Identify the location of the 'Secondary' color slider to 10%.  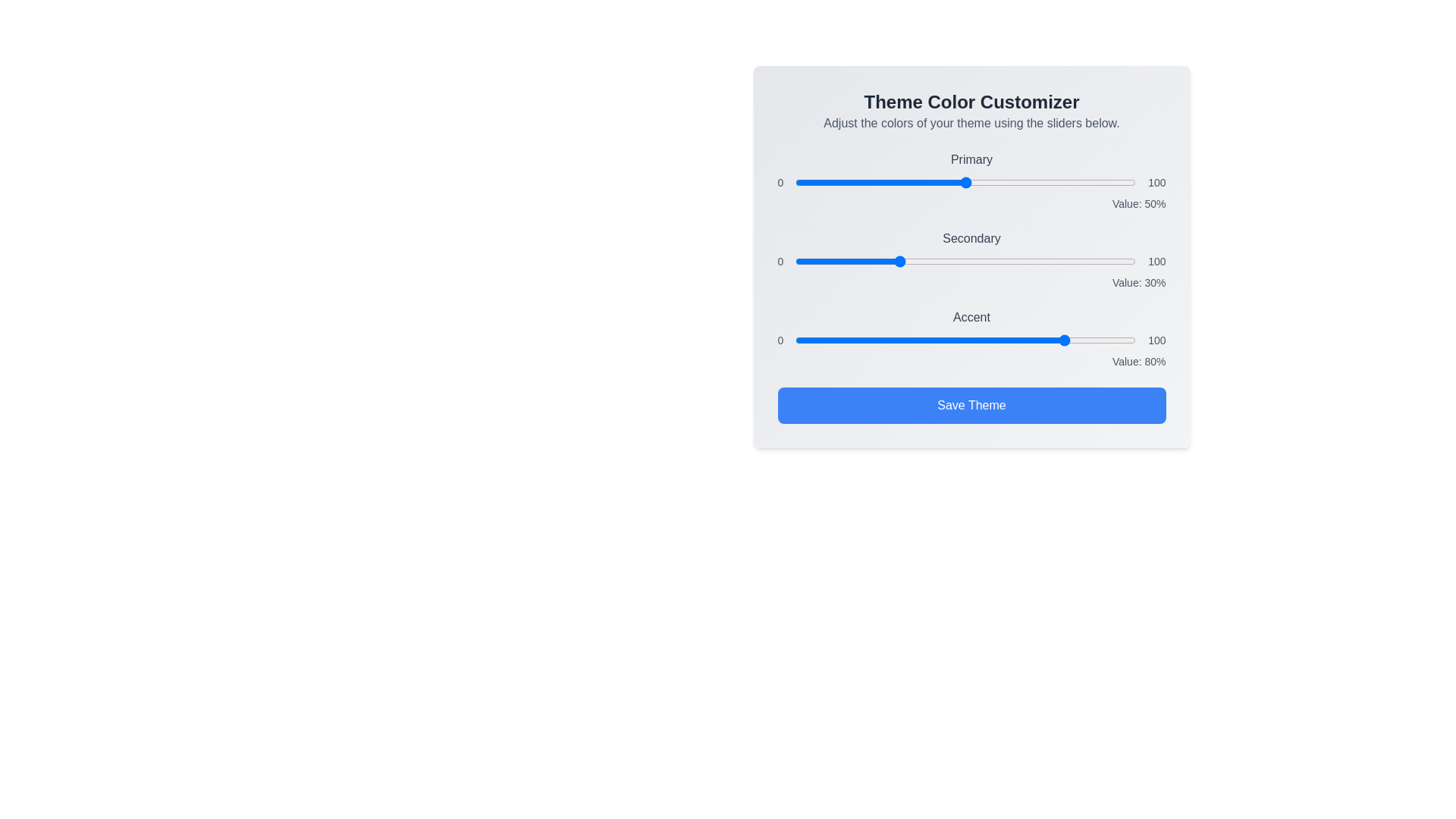
(829, 260).